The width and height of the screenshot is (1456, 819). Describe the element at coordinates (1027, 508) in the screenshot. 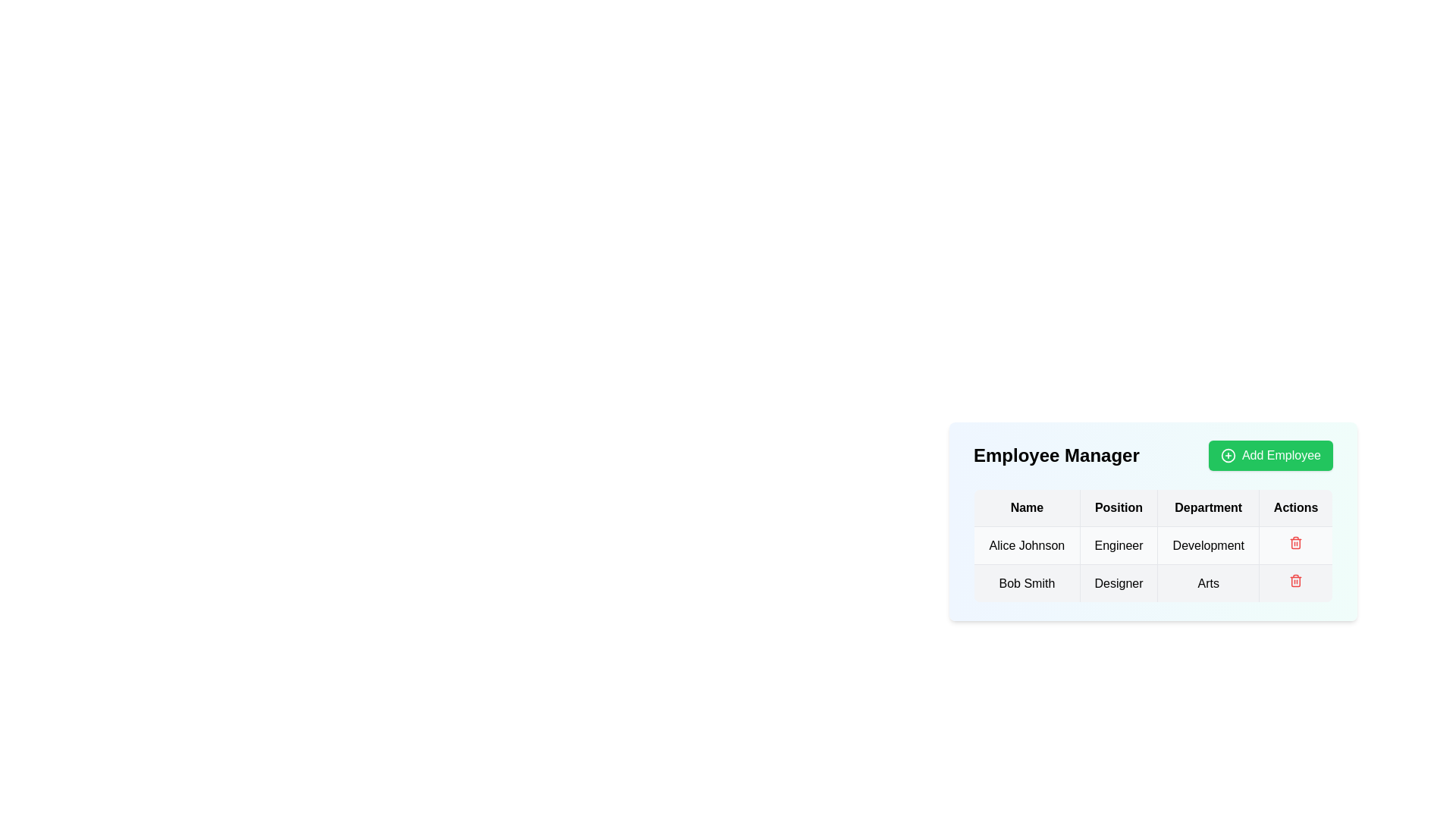

I see `the 'Name' label, which is the leftmost column header in a table layout, displaying 'Name' in bold black font` at that location.